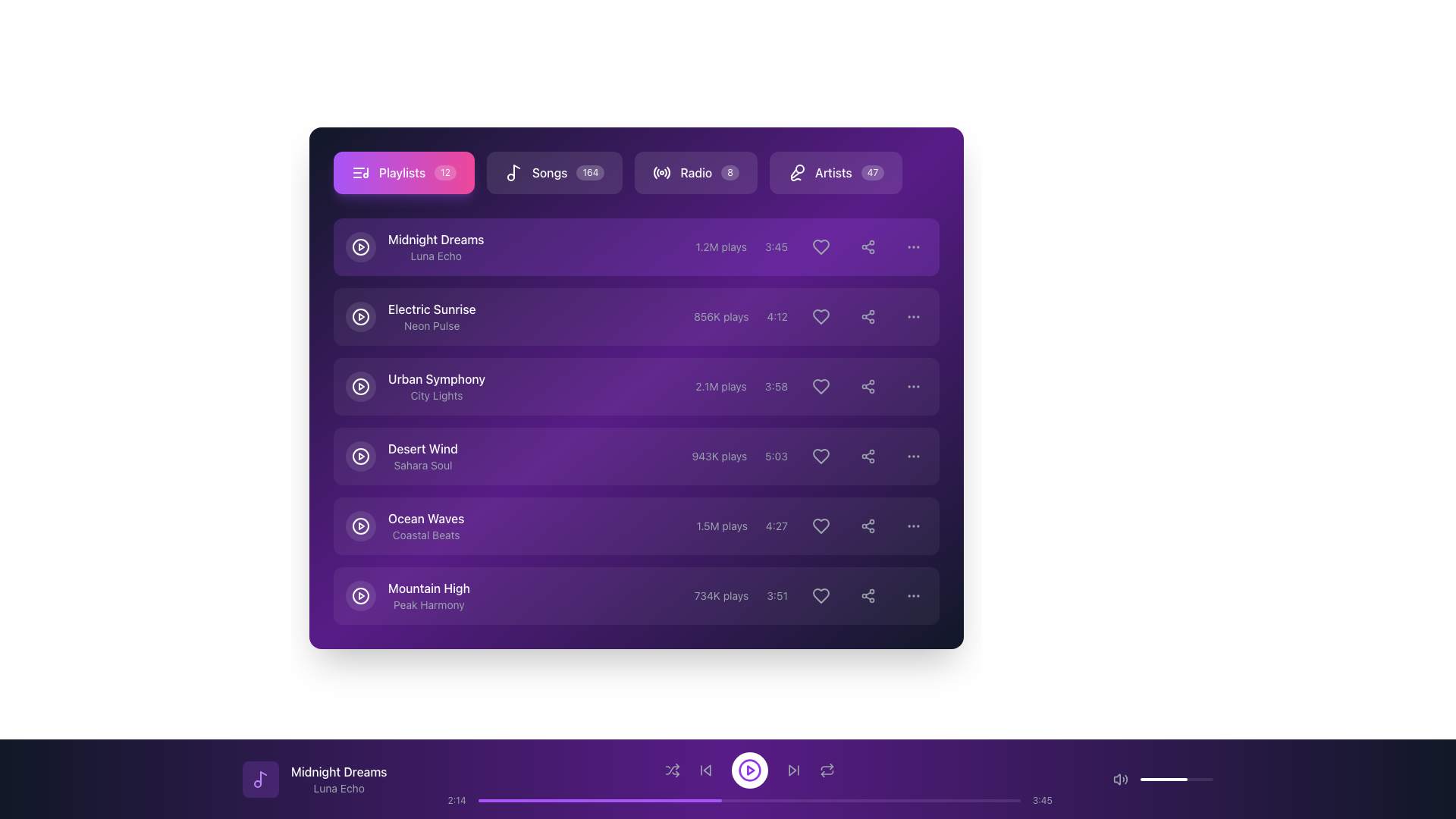  Describe the element at coordinates (912, 595) in the screenshot. I see `the ellipsis icon` at that location.